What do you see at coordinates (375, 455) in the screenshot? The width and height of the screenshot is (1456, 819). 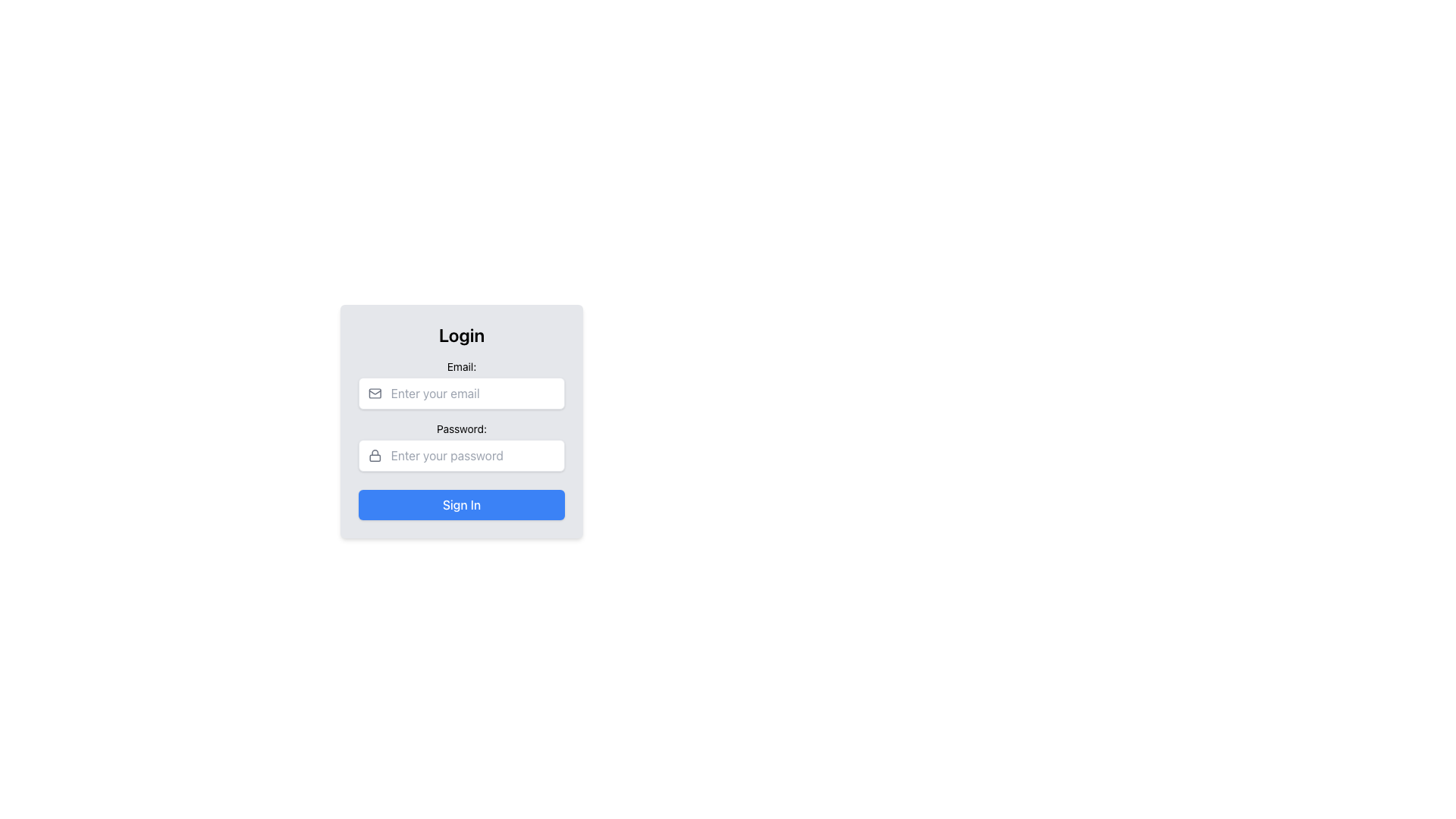 I see `the gray lock icon located on the left side of the password input field within the login form, indicating the secure nature of the input` at bounding box center [375, 455].